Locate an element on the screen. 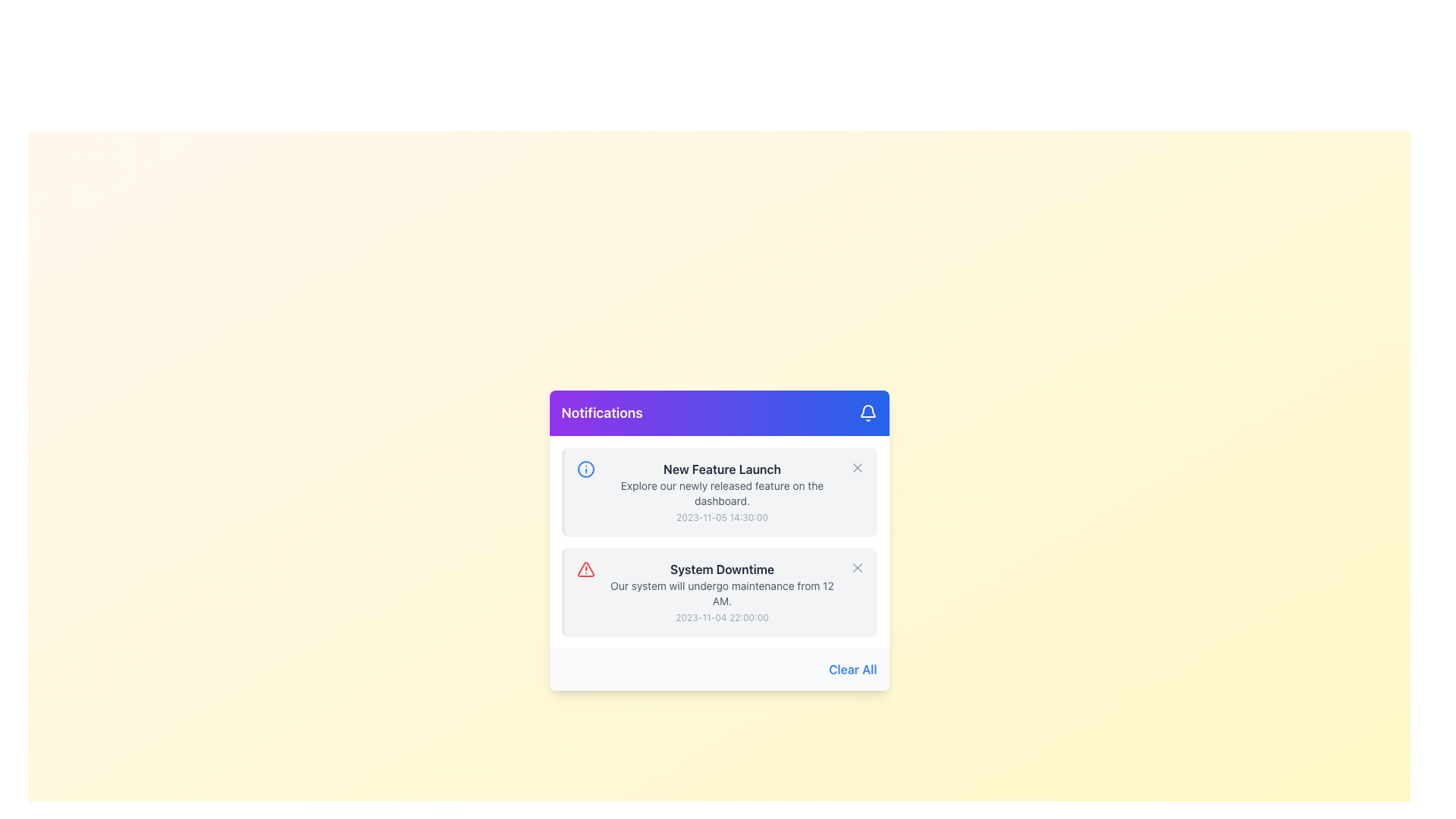 The image size is (1456, 819). the information icon located at the top-left corner of the notification card for the 'New Feature Launch', positioned left of the associated text is located at coordinates (585, 468).